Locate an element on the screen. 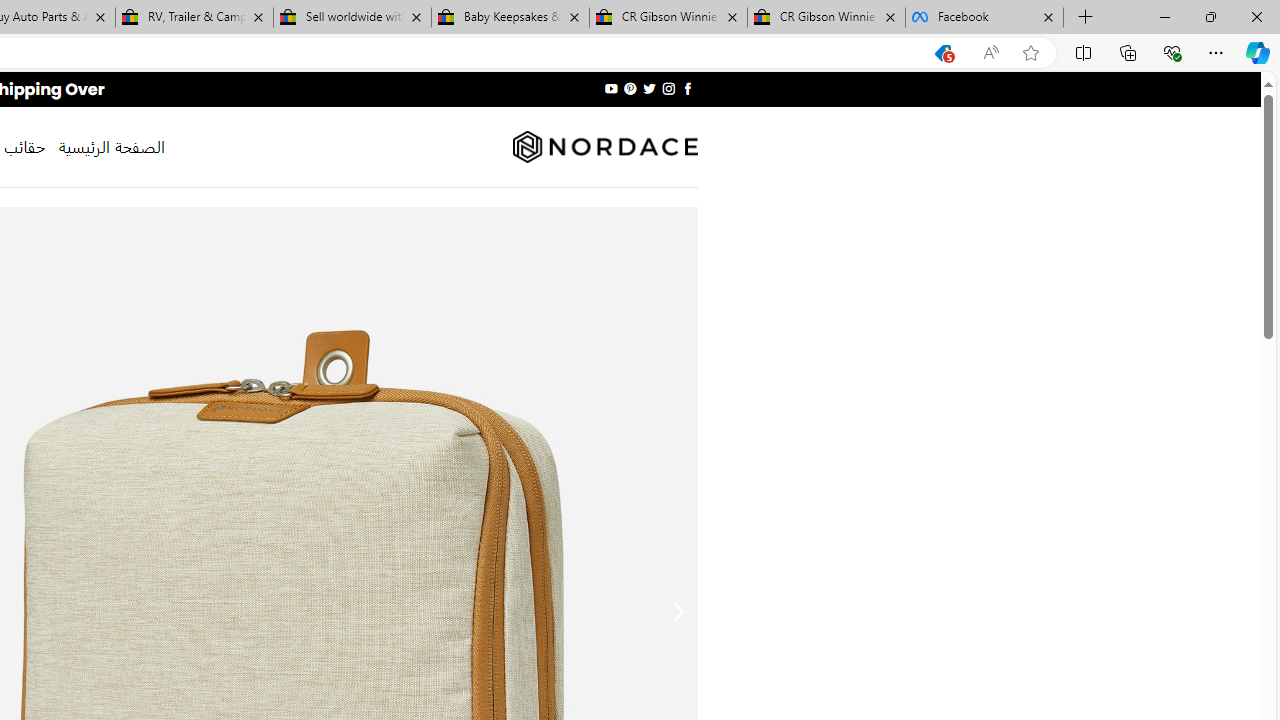 This screenshot has width=1280, height=720. 'Follow on Instagram' is located at coordinates (668, 88).